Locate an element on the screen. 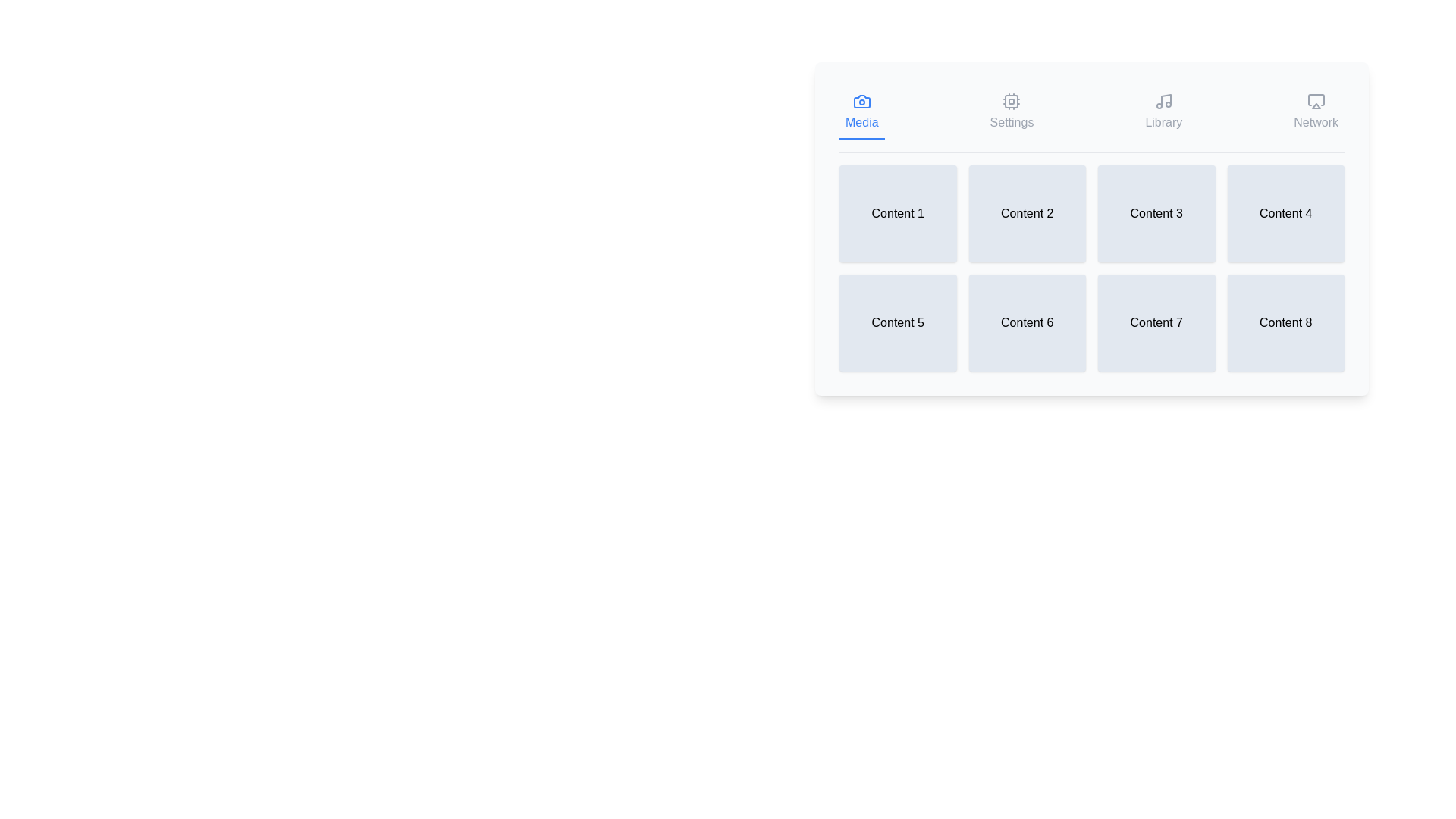 Image resolution: width=1456 pixels, height=819 pixels. the tab icon labeled Settings to observe the tooltip or feedback is located at coordinates (1012, 112).